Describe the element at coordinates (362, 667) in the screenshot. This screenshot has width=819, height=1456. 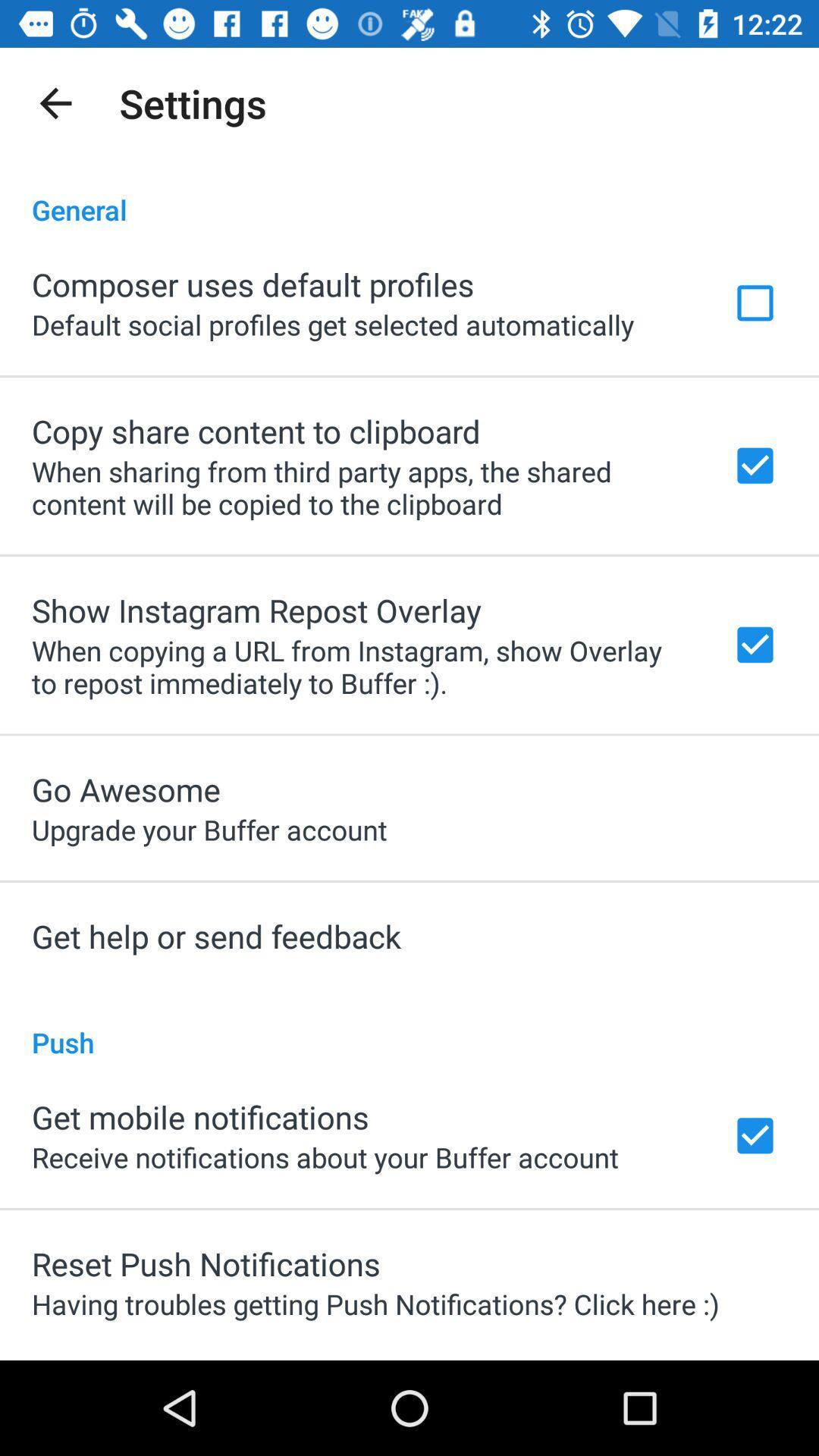
I see `the item above the go awesome` at that location.